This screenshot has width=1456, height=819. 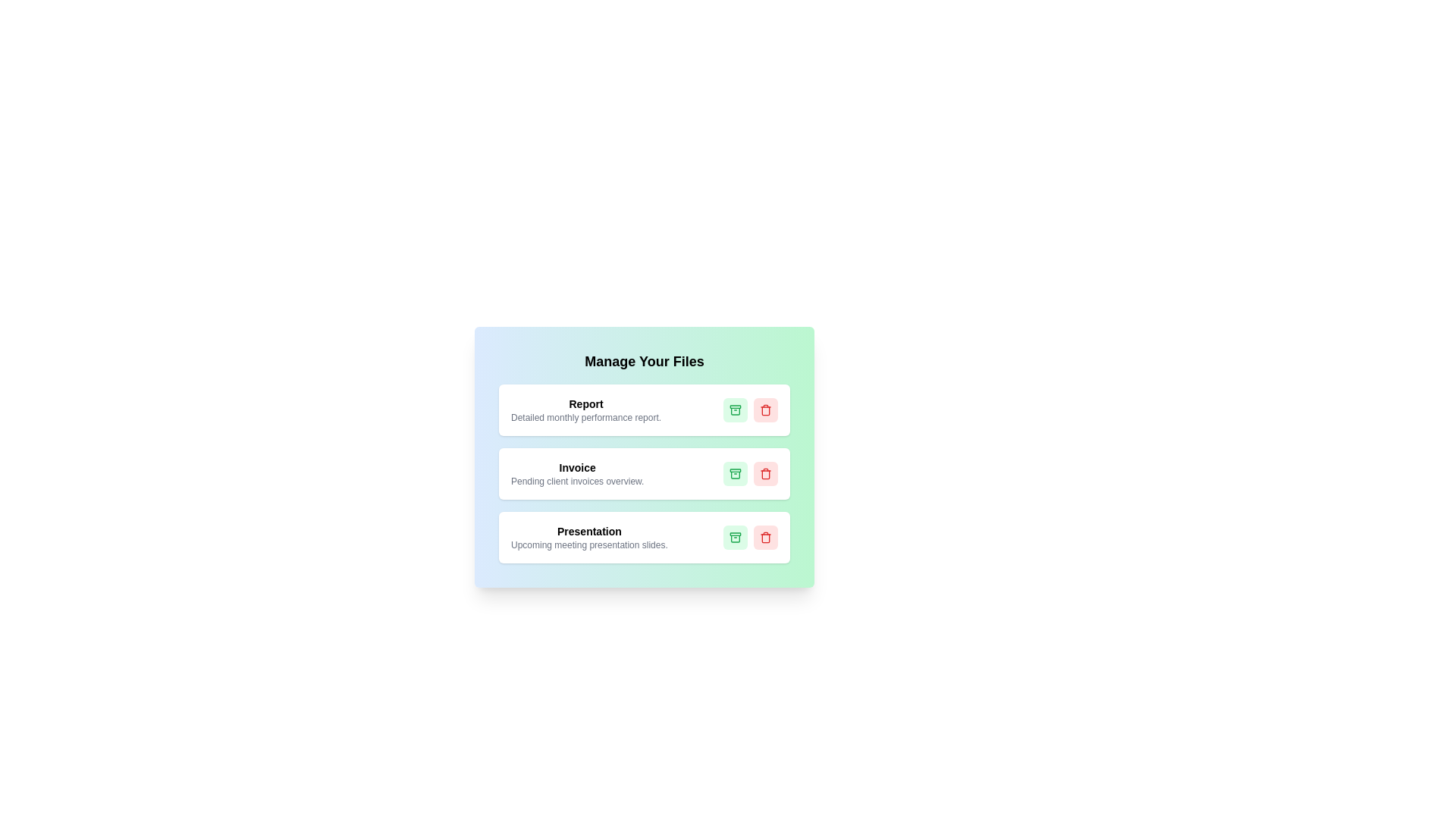 I want to click on the card titled Presentation to observe the visual feedback, so click(x=644, y=537).